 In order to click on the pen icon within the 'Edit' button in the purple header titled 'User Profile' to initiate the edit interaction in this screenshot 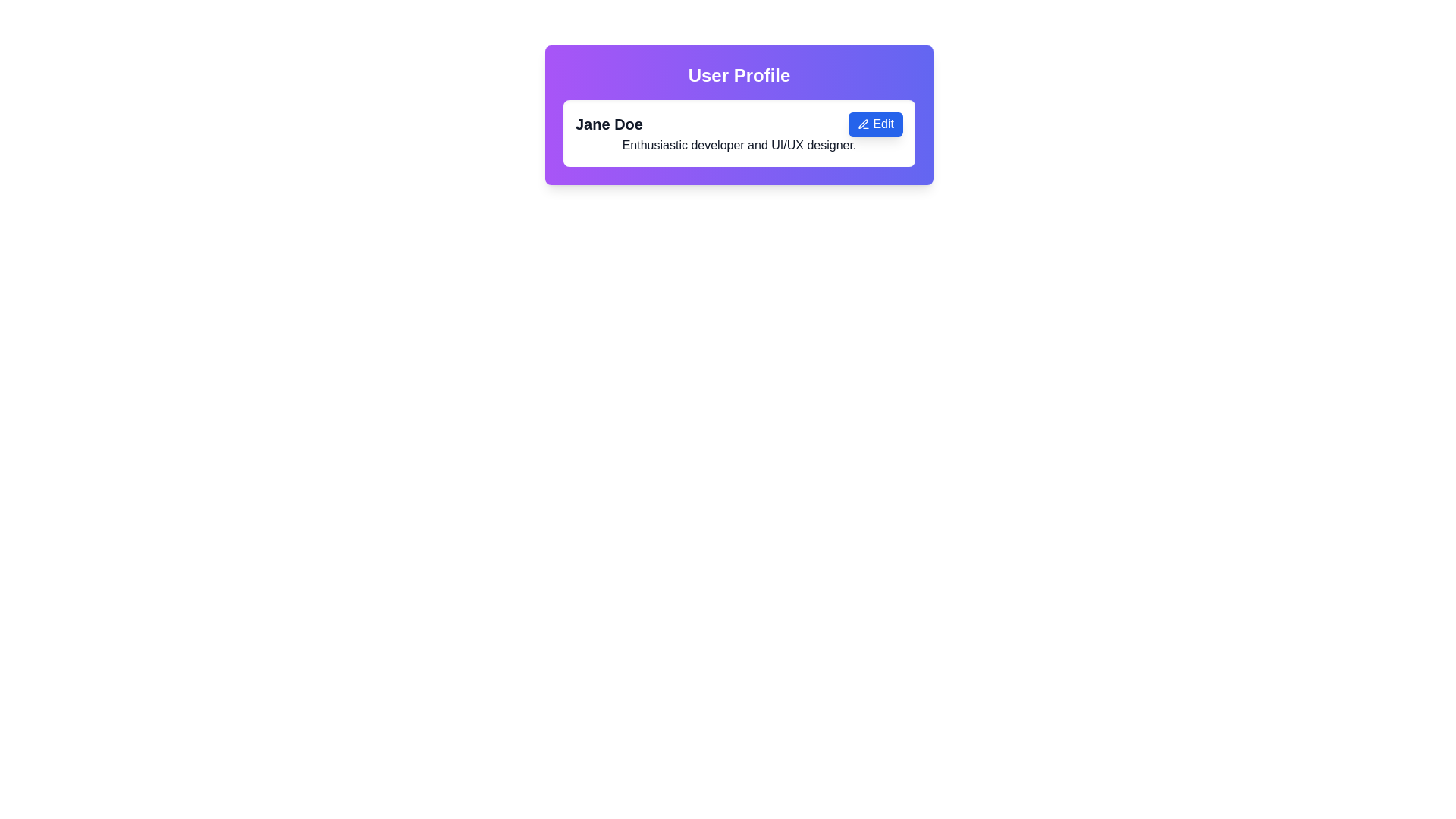, I will do `click(864, 123)`.